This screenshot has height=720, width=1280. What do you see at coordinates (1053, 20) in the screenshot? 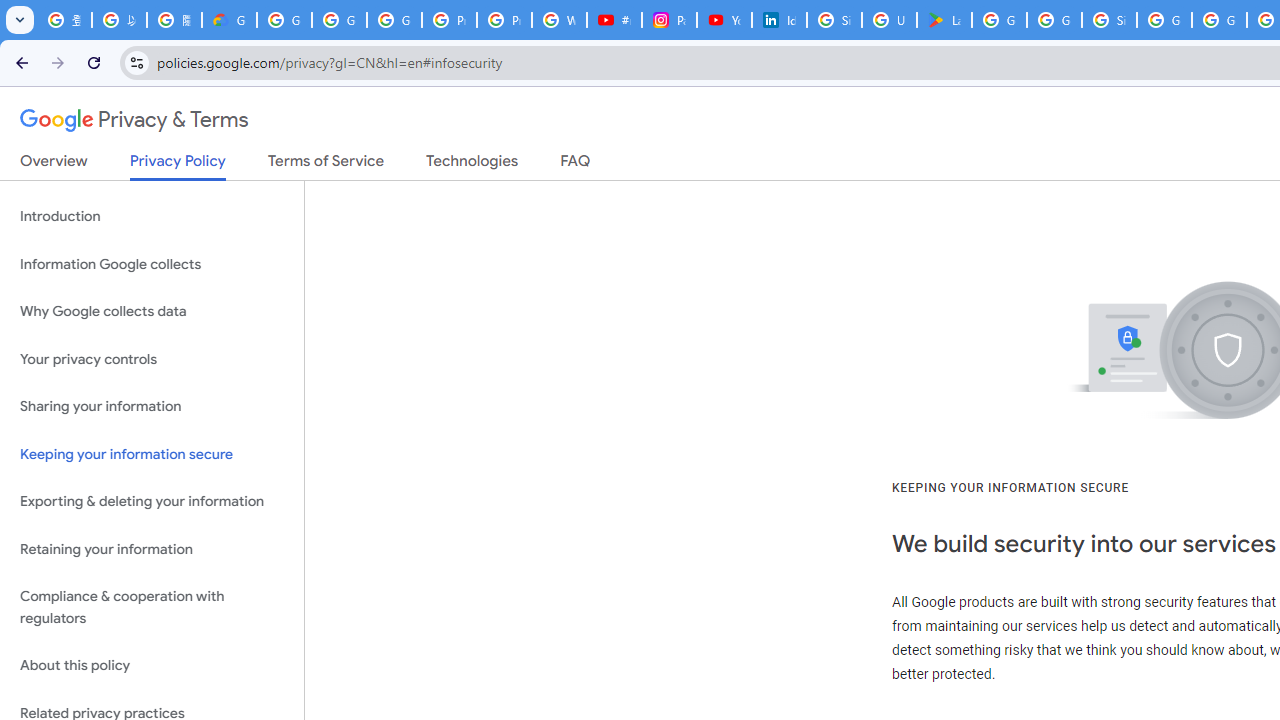
I see `'Google Workspace - Specific Terms'` at bounding box center [1053, 20].